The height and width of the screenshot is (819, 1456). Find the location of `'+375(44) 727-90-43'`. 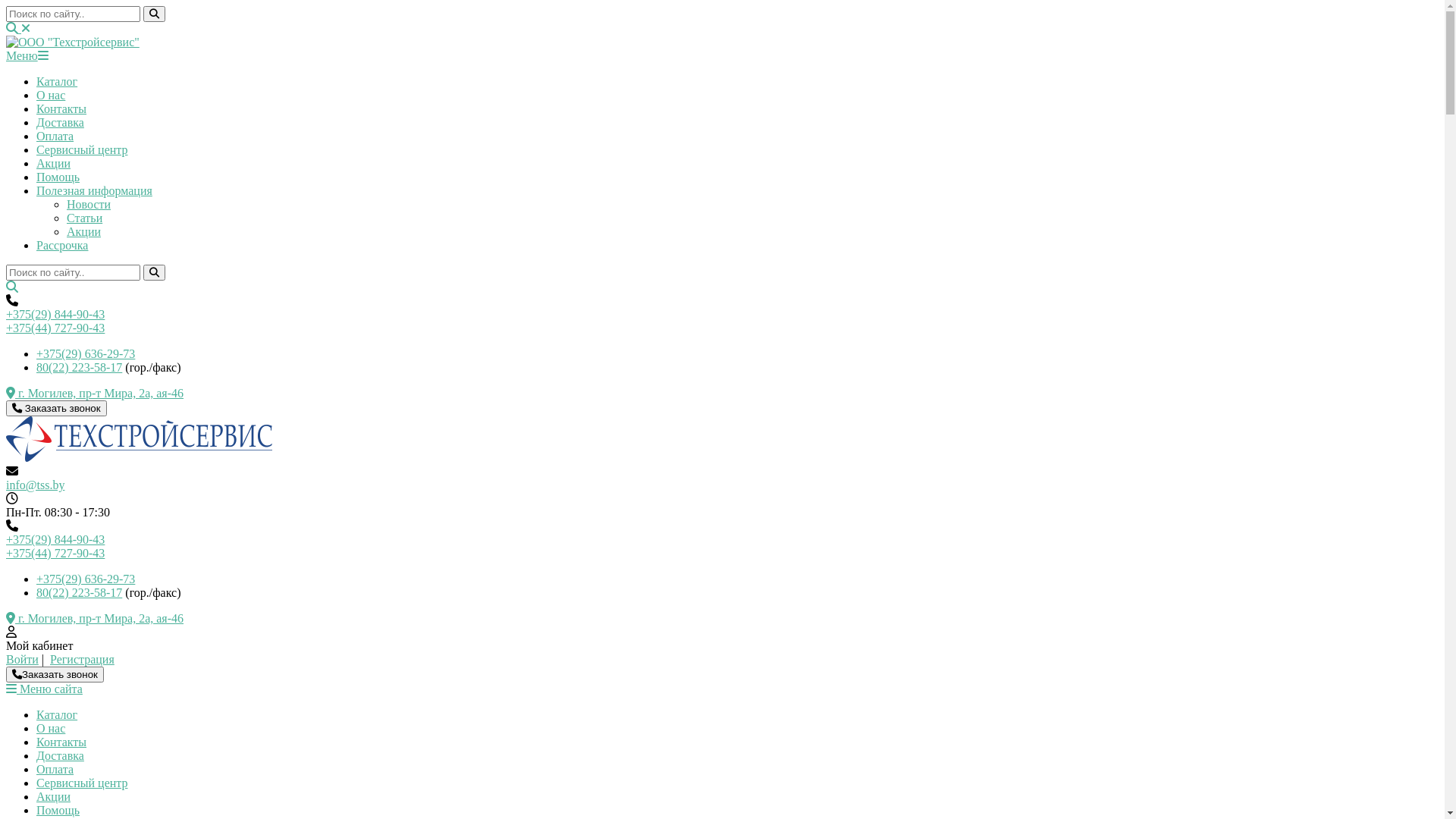

'+375(44) 727-90-43' is located at coordinates (55, 553).